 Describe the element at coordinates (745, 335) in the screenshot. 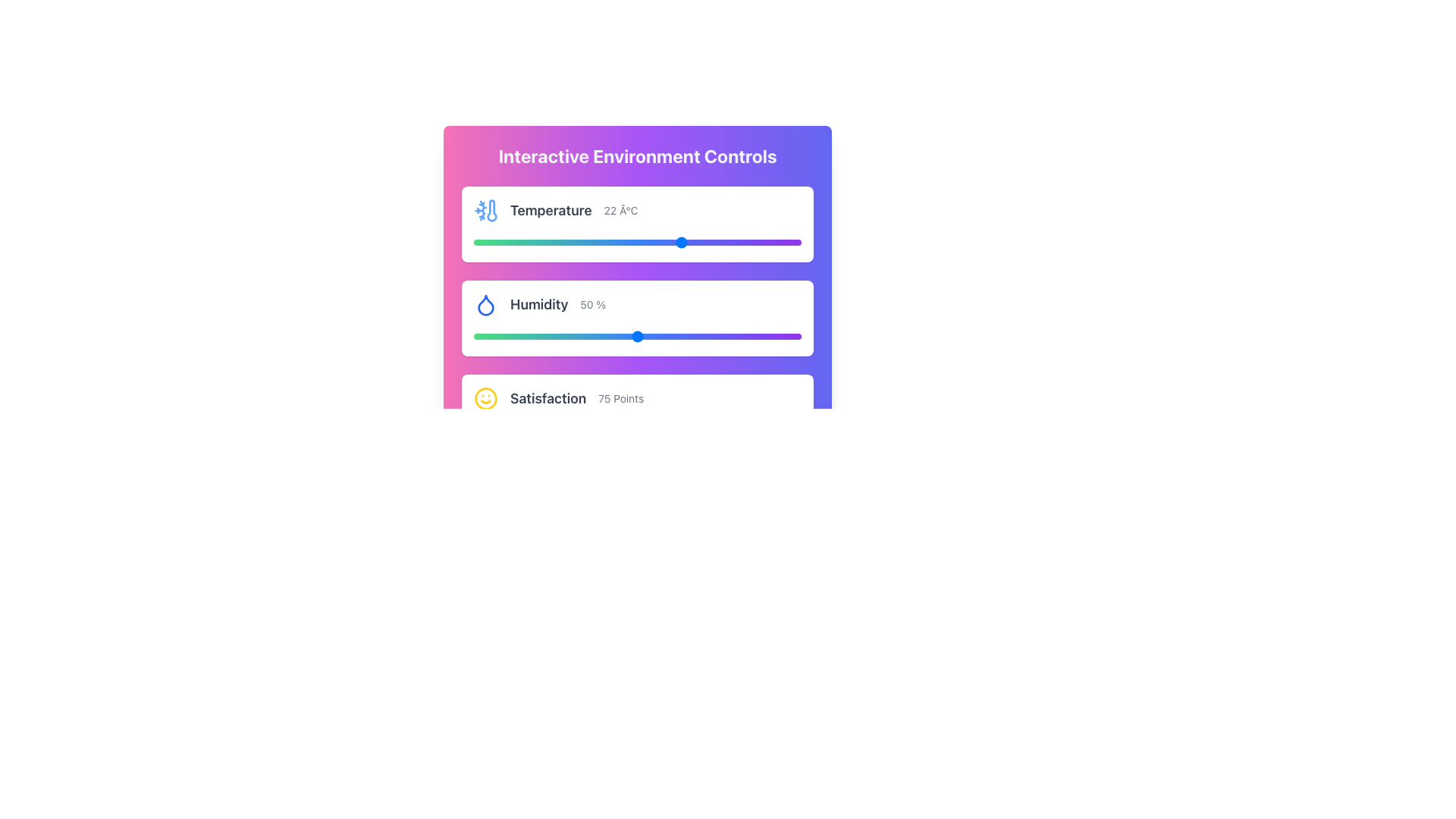

I see `humidity` at that location.